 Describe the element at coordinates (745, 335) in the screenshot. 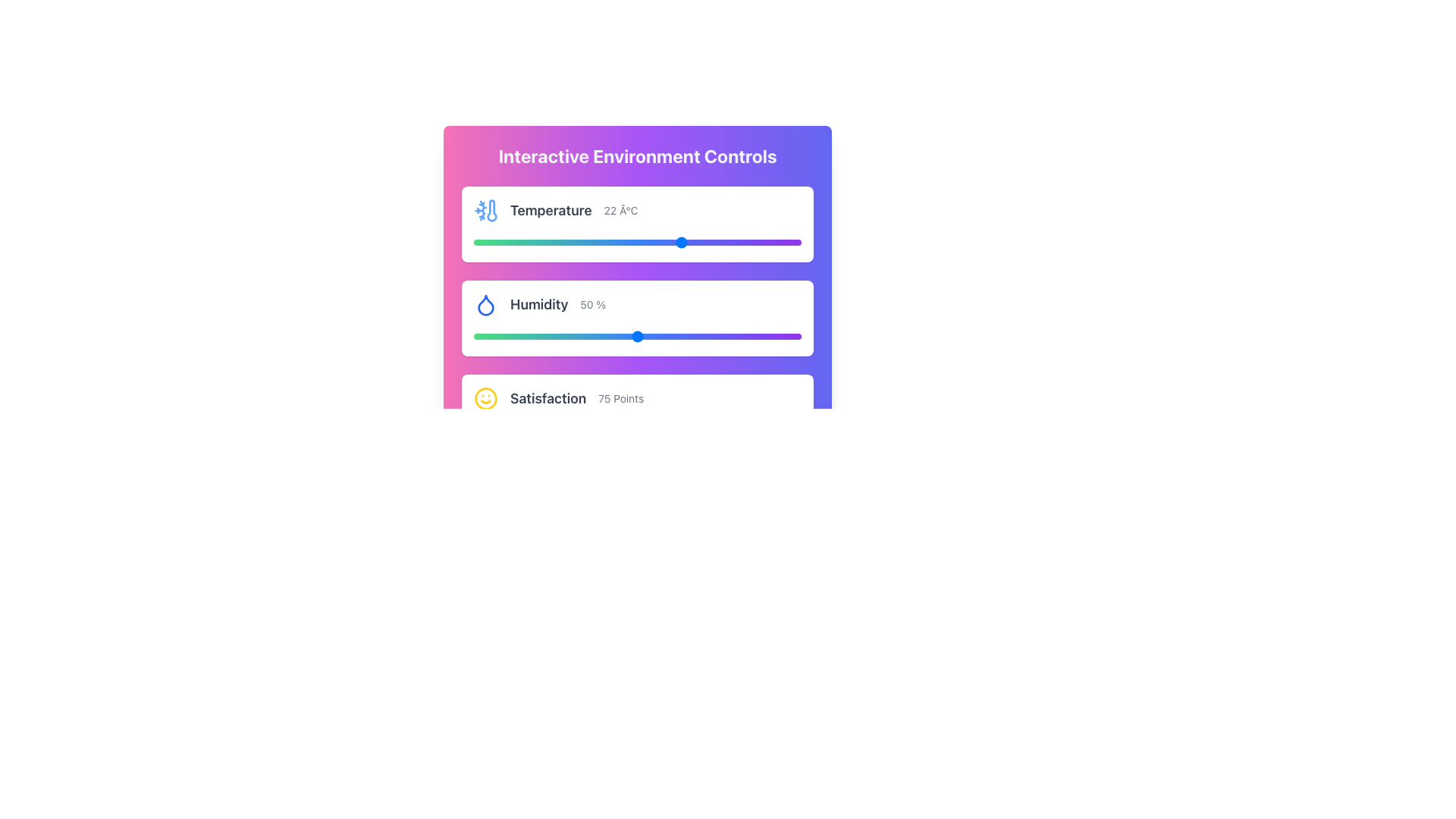

I see `humidity` at that location.